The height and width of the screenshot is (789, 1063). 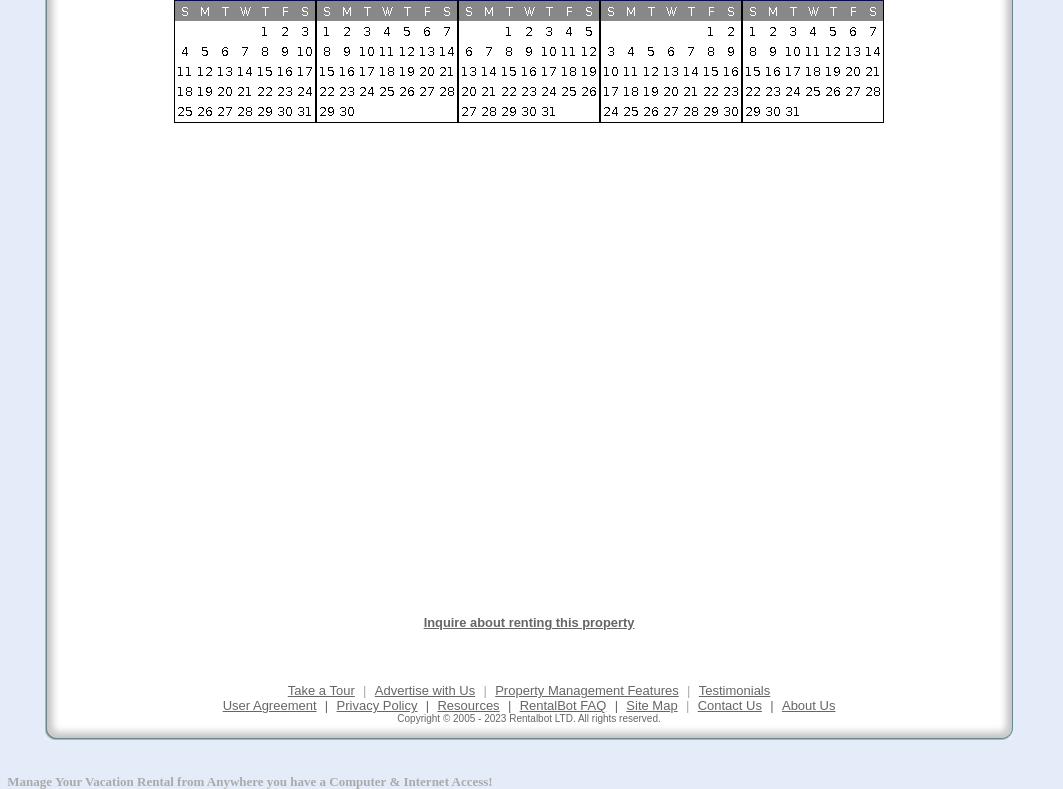 What do you see at coordinates (468, 704) in the screenshot?
I see `'Resources'` at bounding box center [468, 704].